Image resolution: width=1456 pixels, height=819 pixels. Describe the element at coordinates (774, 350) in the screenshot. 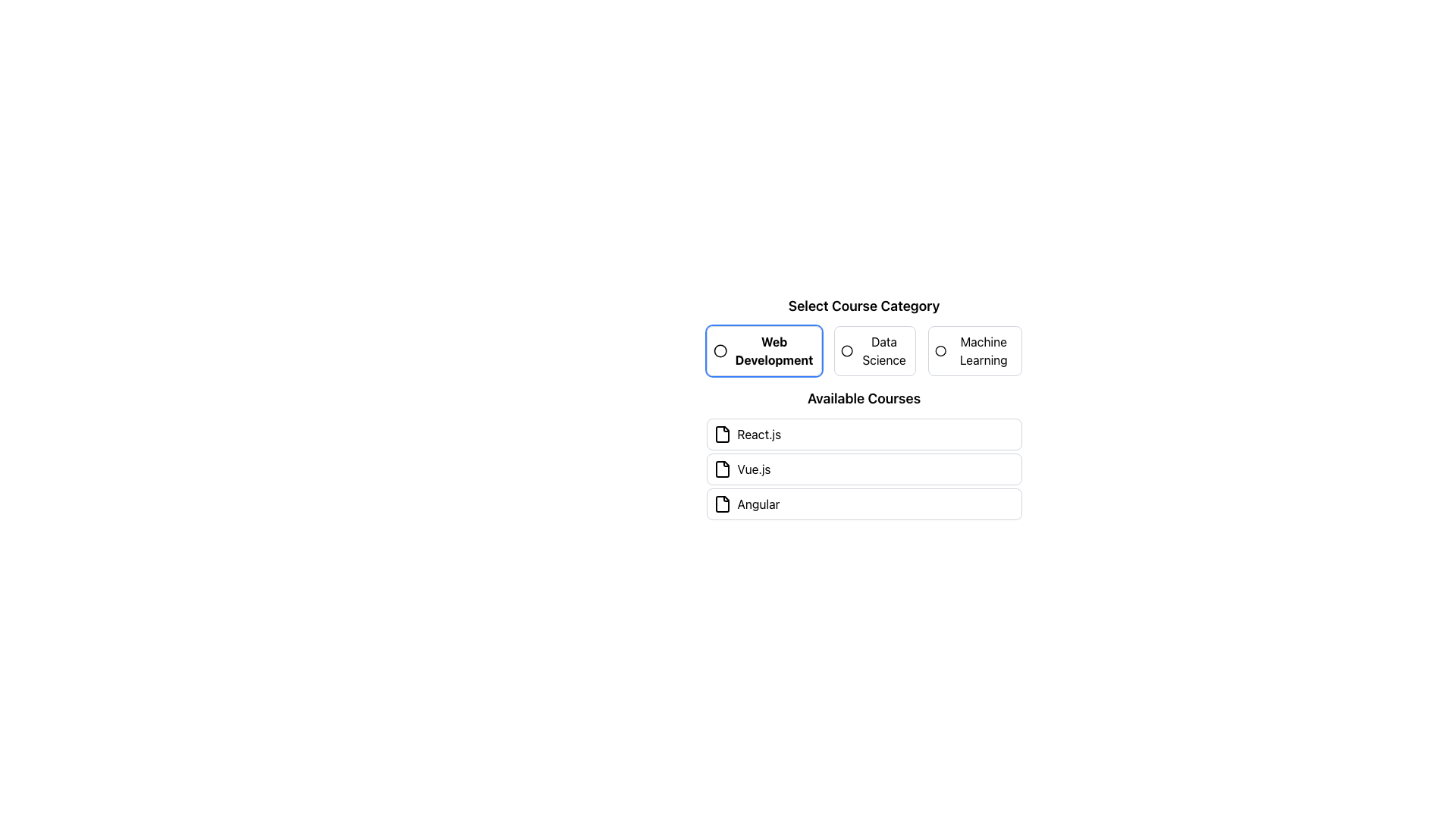

I see `the 'Web Development' text label` at that location.